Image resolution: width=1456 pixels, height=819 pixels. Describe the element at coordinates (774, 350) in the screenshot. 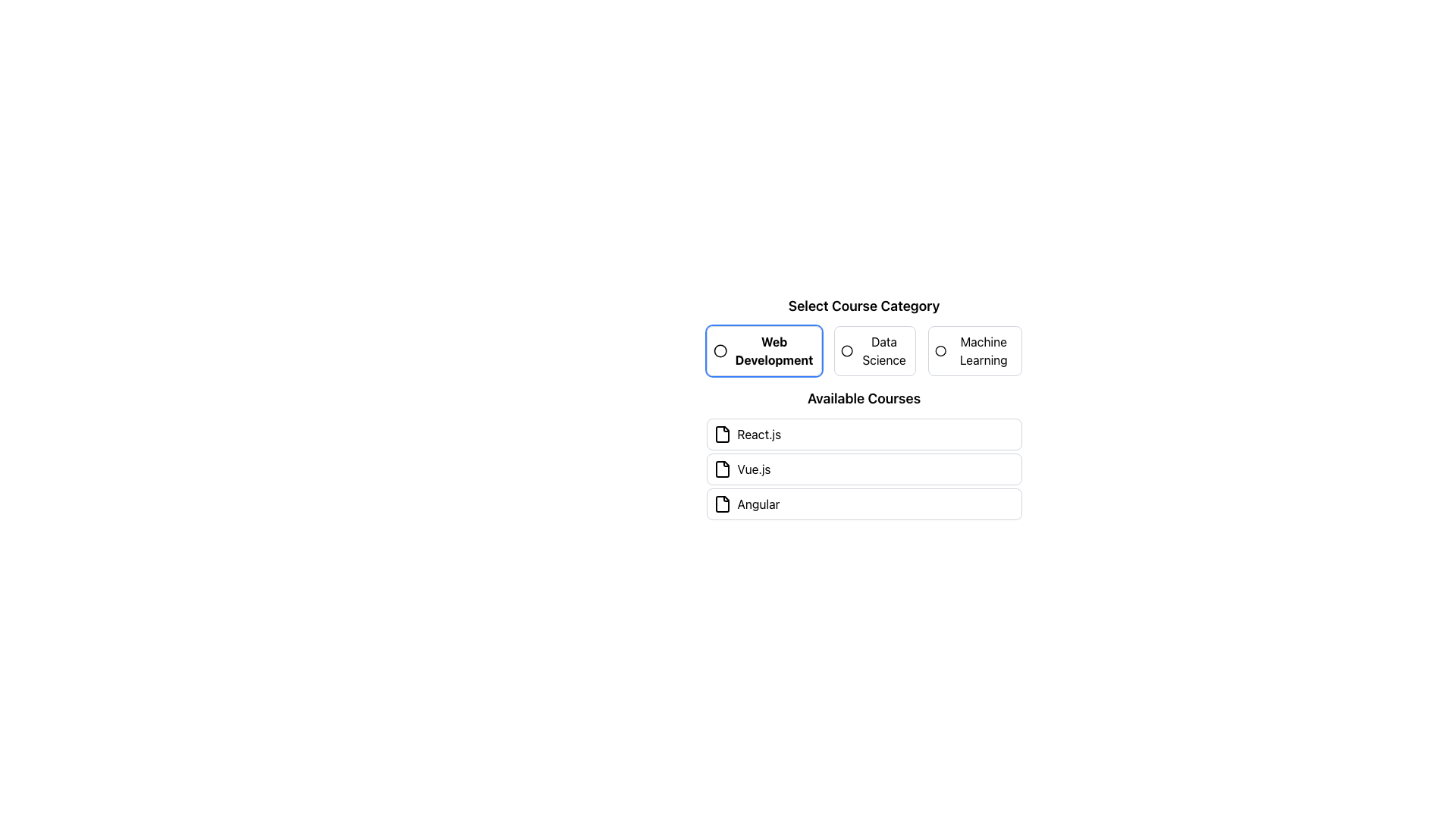

I see `the 'Web Development' text label` at that location.